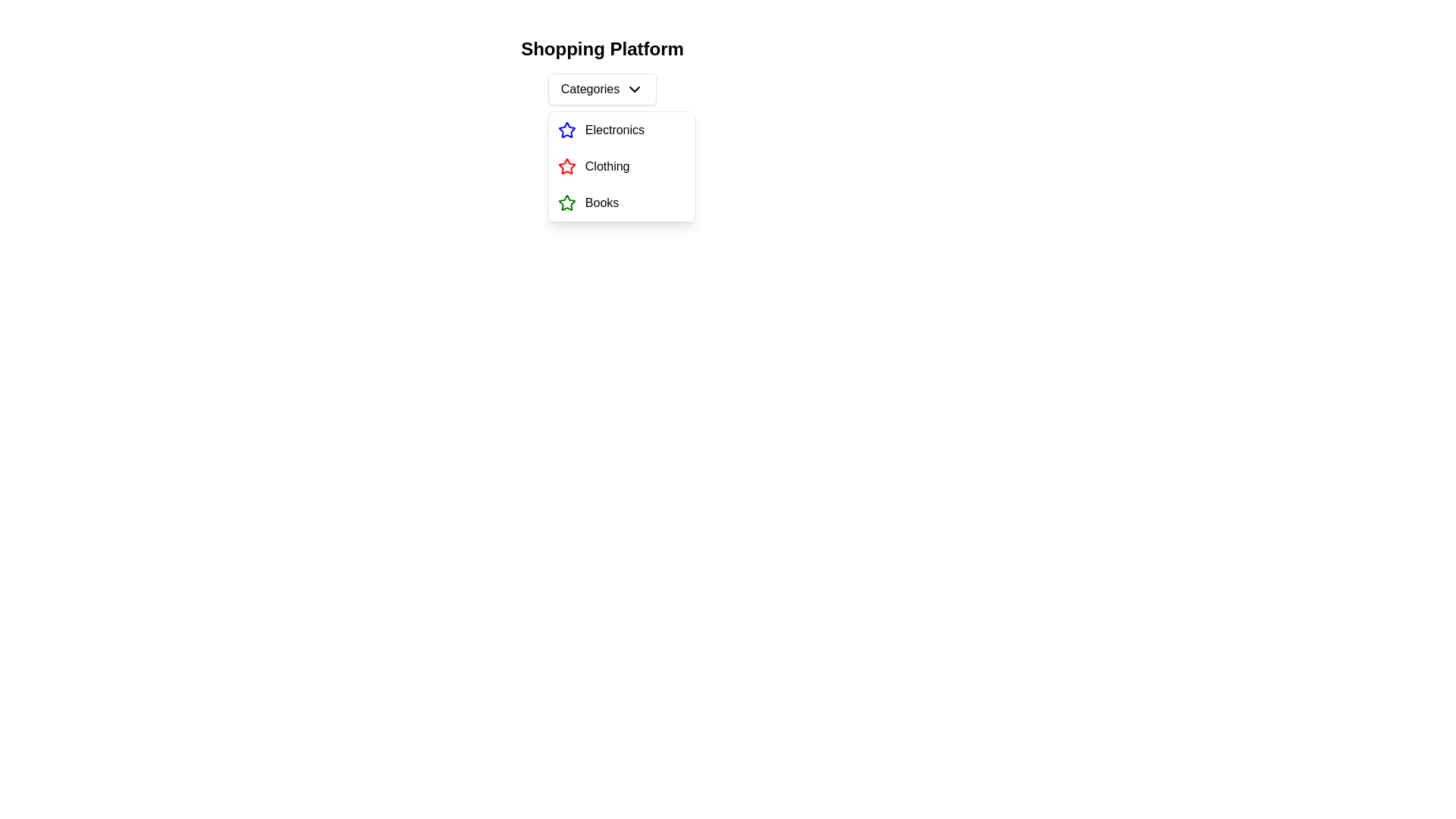  Describe the element at coordinates (566, 130) in the screenshot. I see `the first icon in the vertical list associated with the 'Electronics' category, located beside the text 'Electronics' in the dropdown menu under 'Categories'` at that location.